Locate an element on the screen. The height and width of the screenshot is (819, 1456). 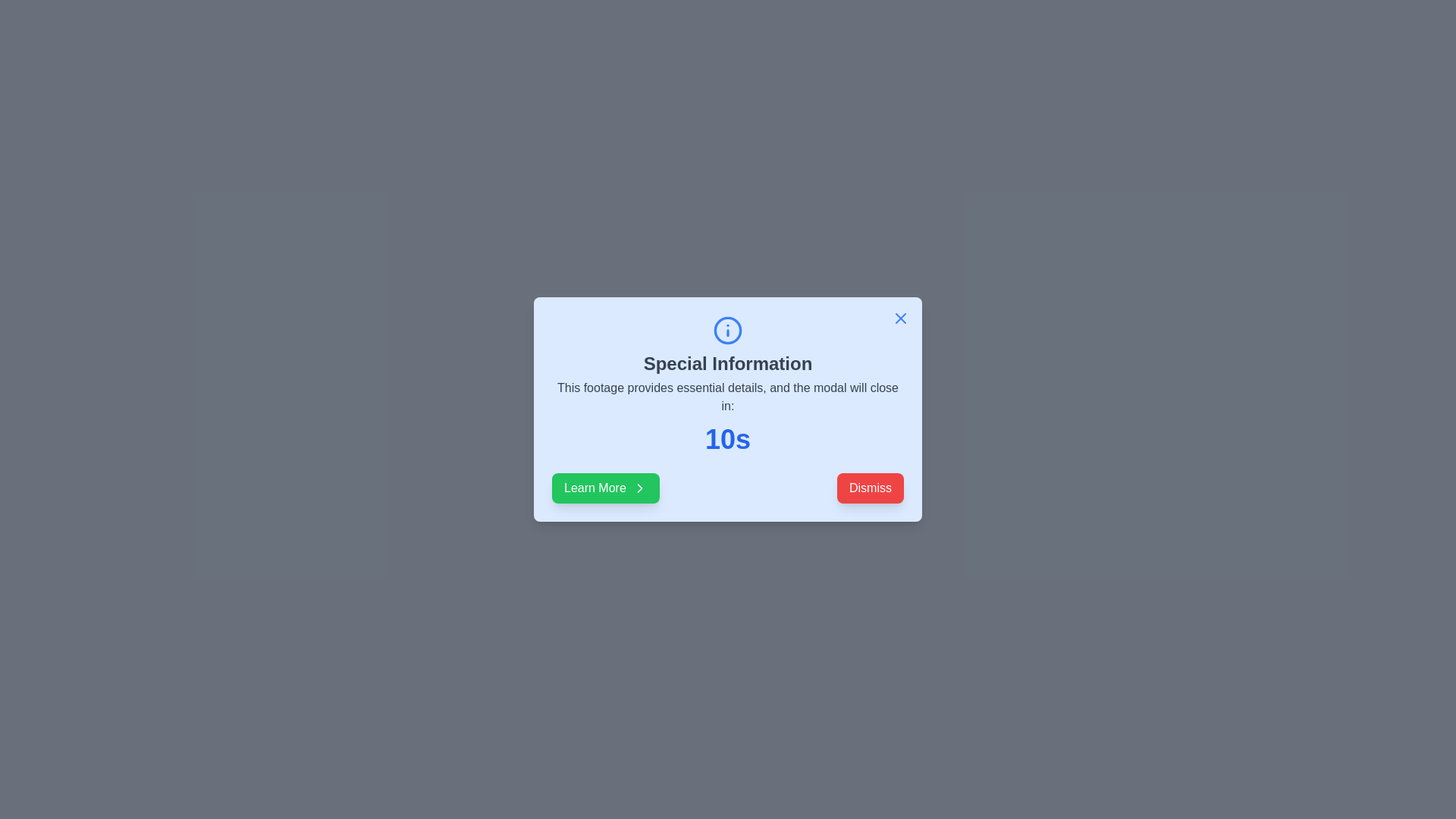
text block that displays the message 'This footage provides essential details, and the modal will close in:' which is centered within a pale blue modal dialog below the title 'Special Information' is located at coordinates (728, 397).